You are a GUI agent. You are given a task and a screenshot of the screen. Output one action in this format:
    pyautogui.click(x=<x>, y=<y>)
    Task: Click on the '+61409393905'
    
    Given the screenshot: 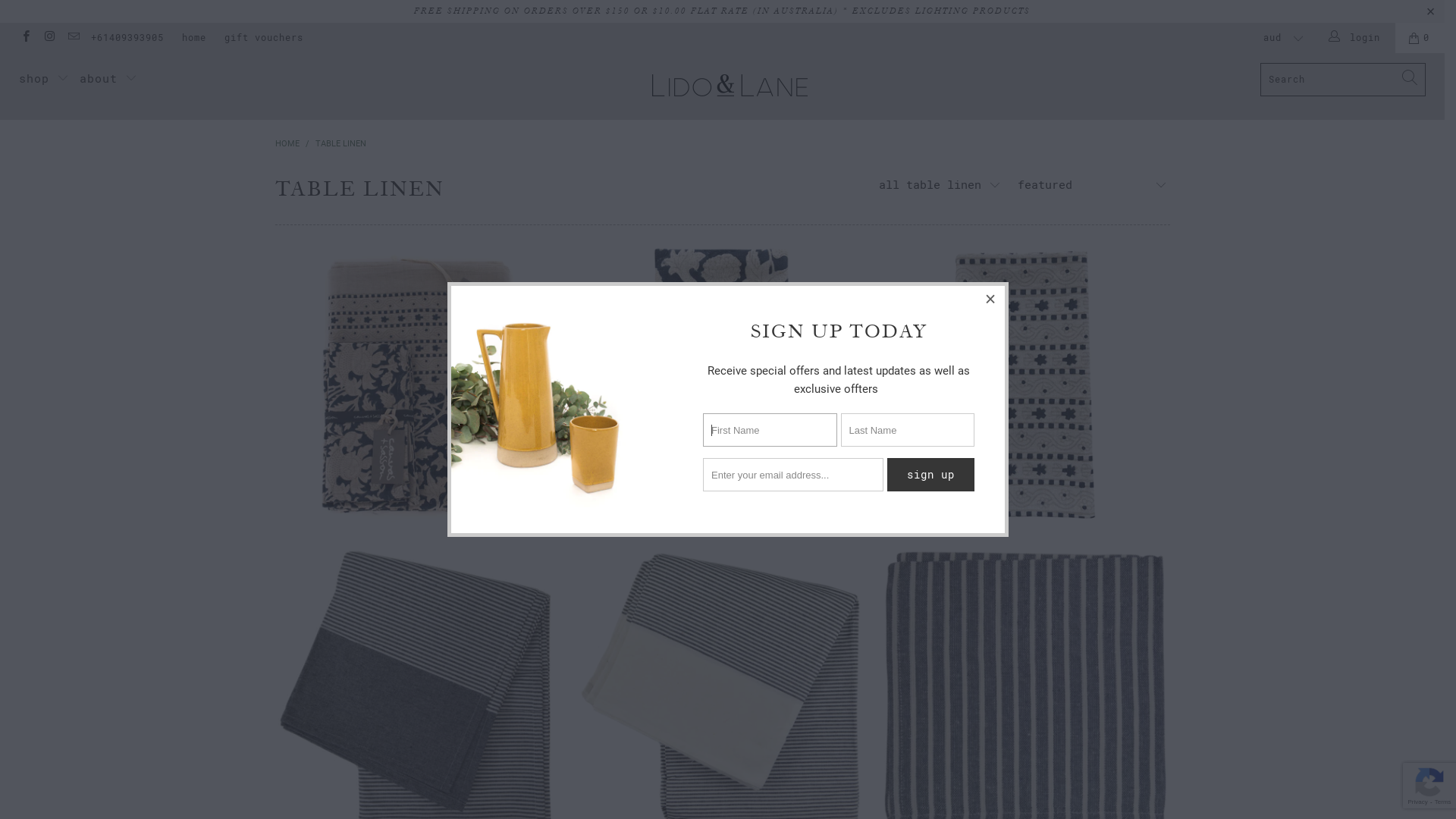 What is the action you would take?
    pyautogui.click(x=127, y=37)
    